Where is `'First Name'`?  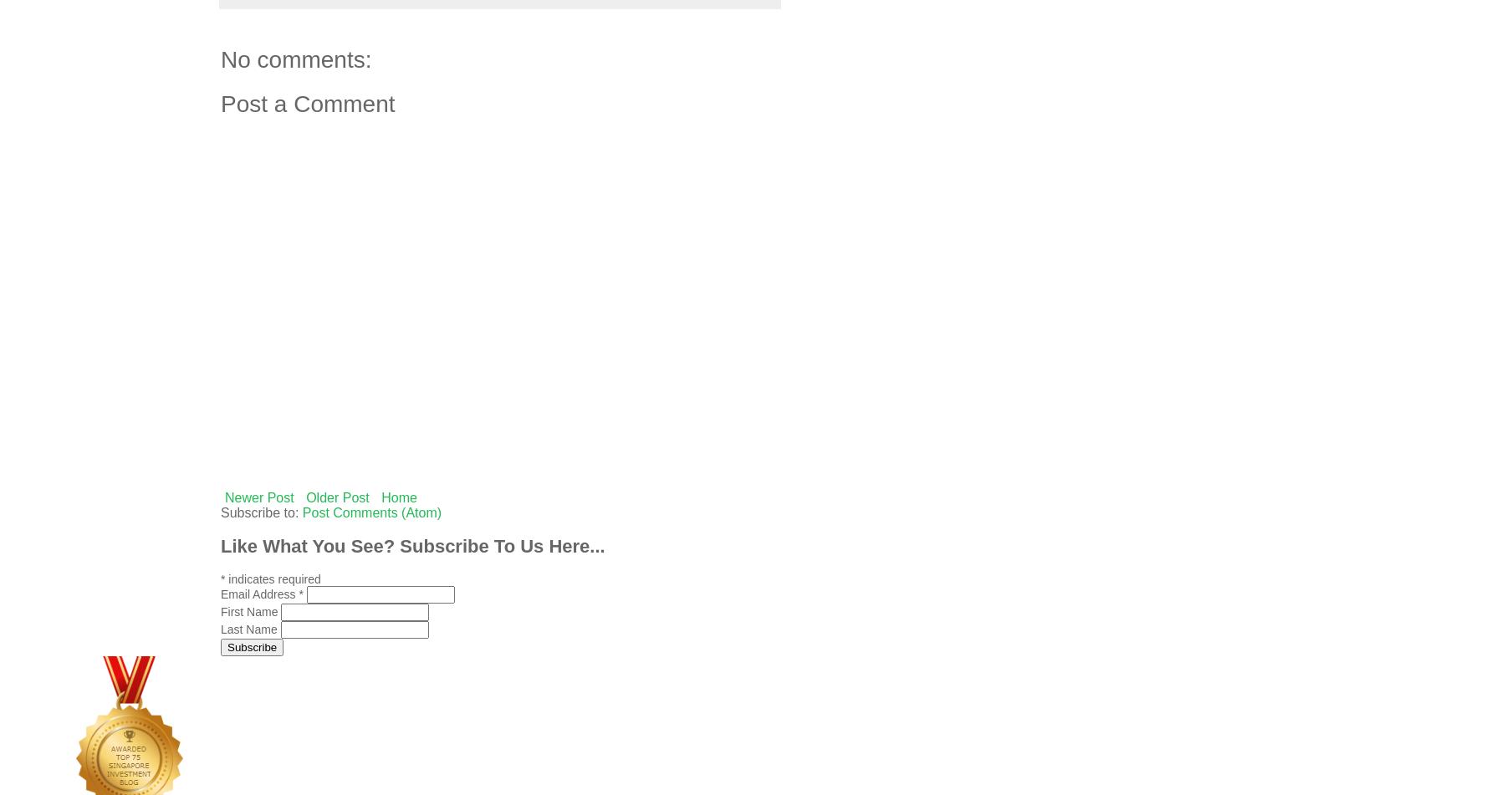 'First Name' is located at coordinates (249, 610).